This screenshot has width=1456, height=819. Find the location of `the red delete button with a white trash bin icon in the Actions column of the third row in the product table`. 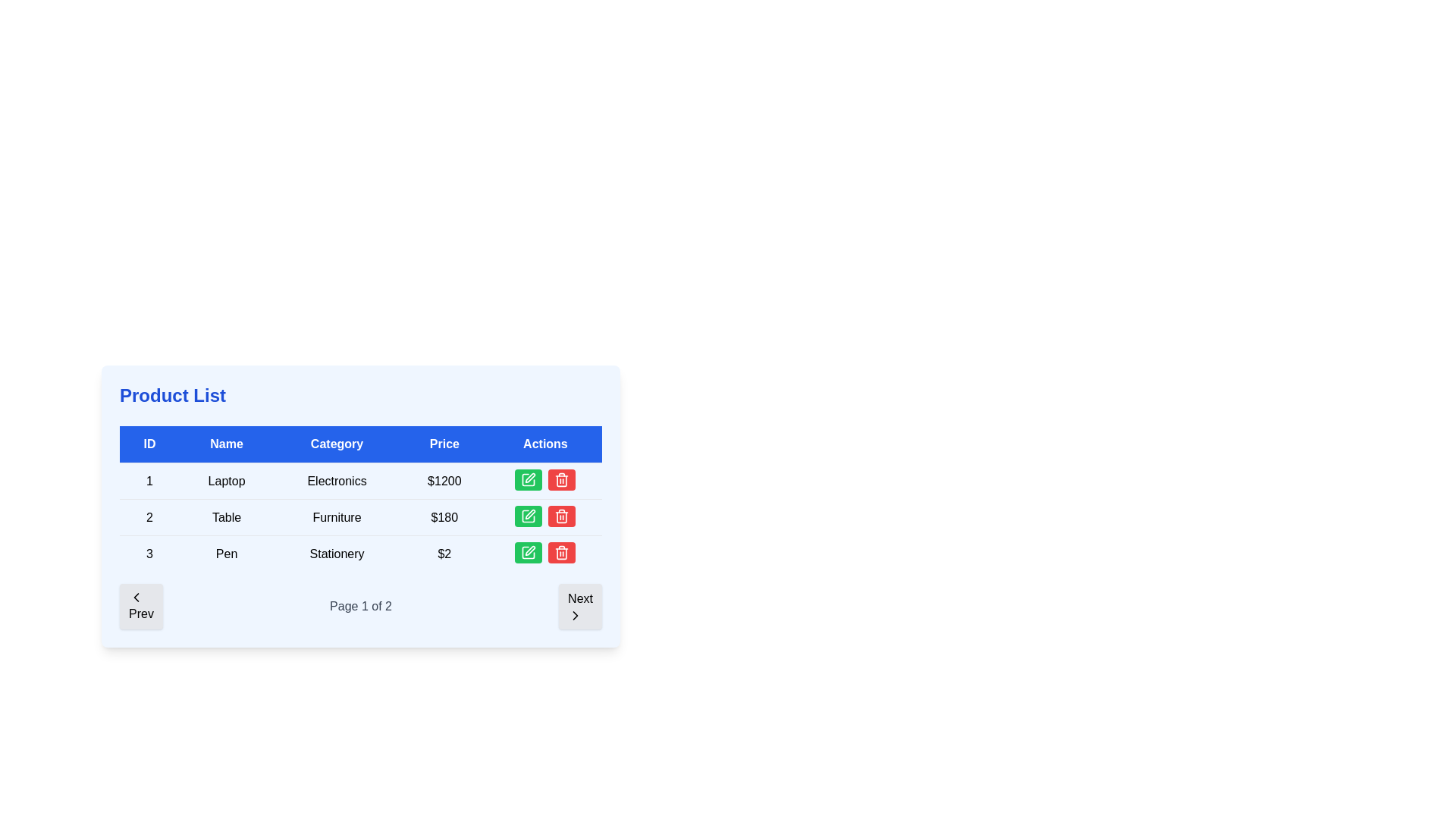

the red delete button with a white trash bin icon in the Actions column of the third row in the product table is located at coordinates (561, 479).